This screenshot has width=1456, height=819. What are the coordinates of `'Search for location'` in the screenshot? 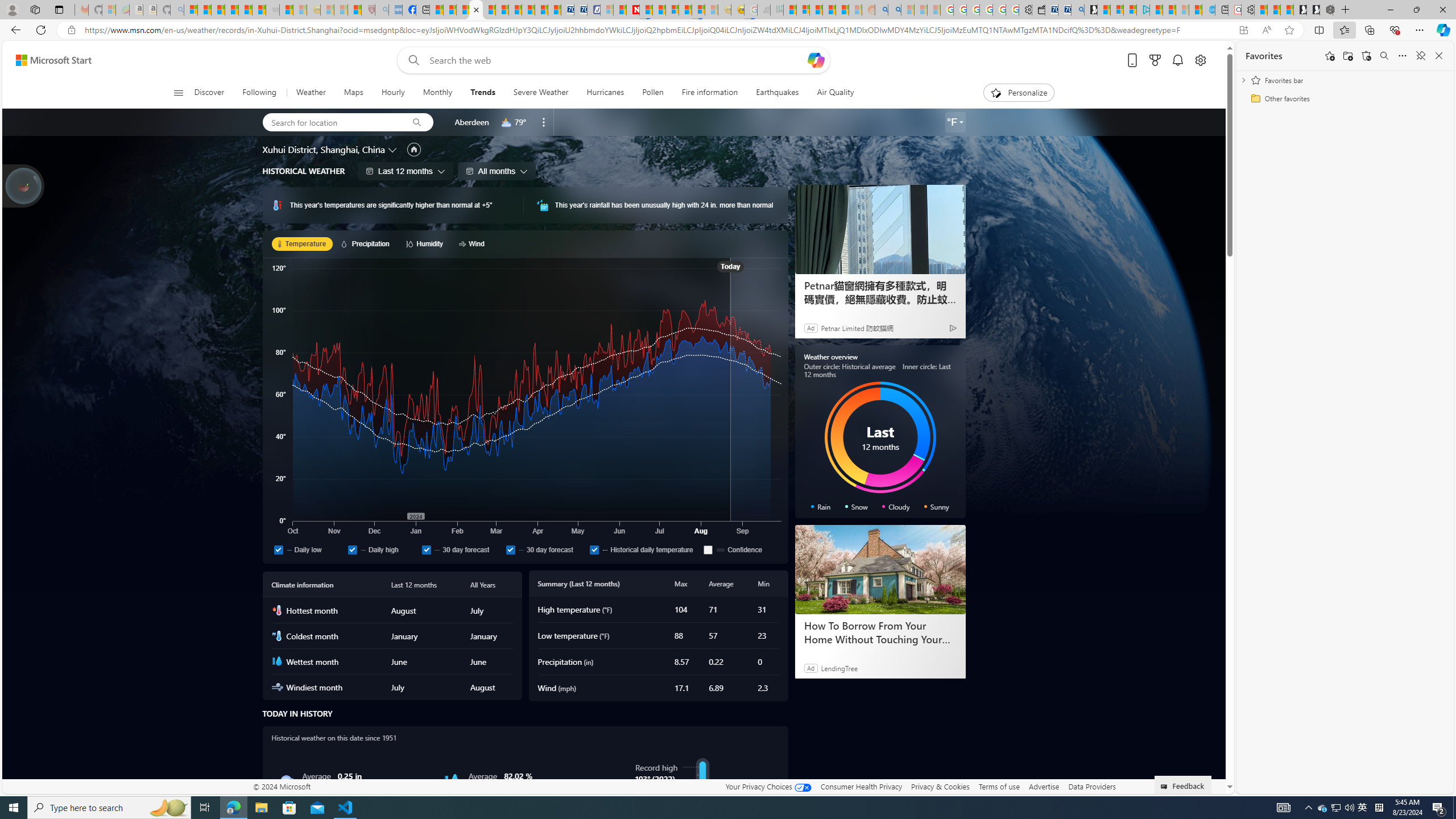 It's located at (331, 122).